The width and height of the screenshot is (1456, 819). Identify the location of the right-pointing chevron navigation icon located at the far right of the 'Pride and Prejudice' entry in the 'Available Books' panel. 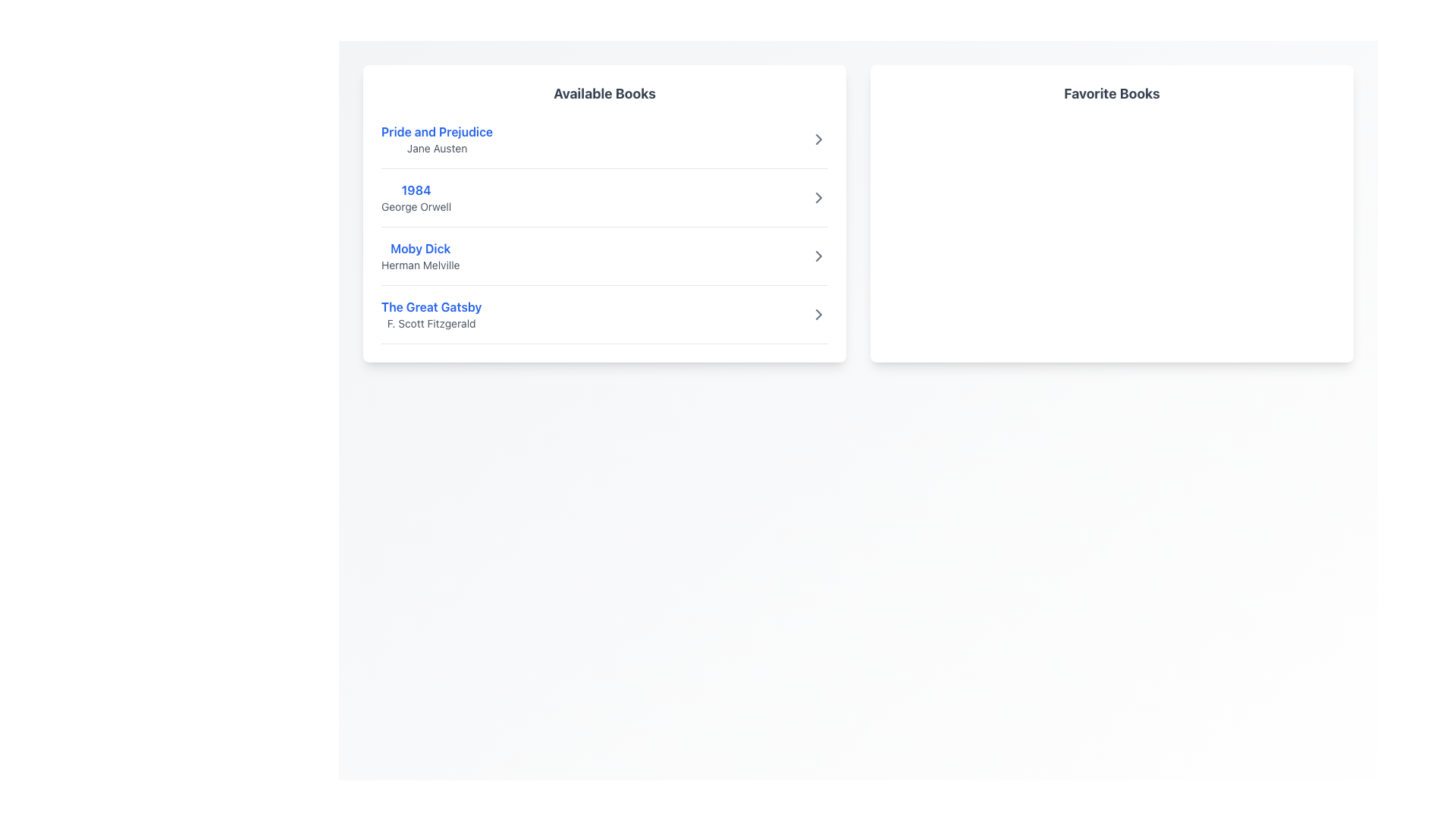
(818, 140).